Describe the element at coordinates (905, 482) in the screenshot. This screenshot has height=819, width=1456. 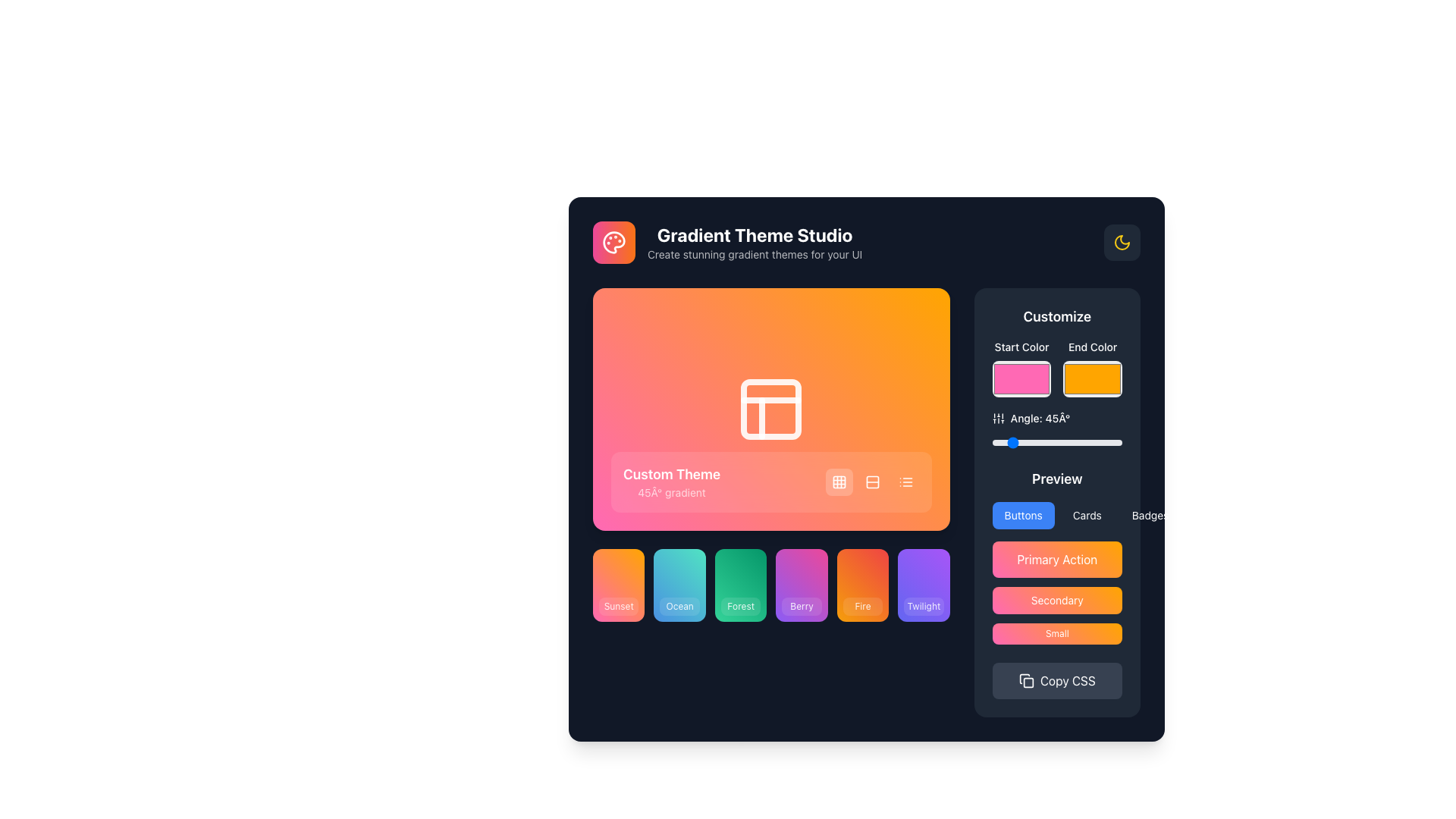
I see `the icon button representing a list with three horizontal lines located in the bottom-right corner of the 'Custom Theme' gradient preview card` at that location.